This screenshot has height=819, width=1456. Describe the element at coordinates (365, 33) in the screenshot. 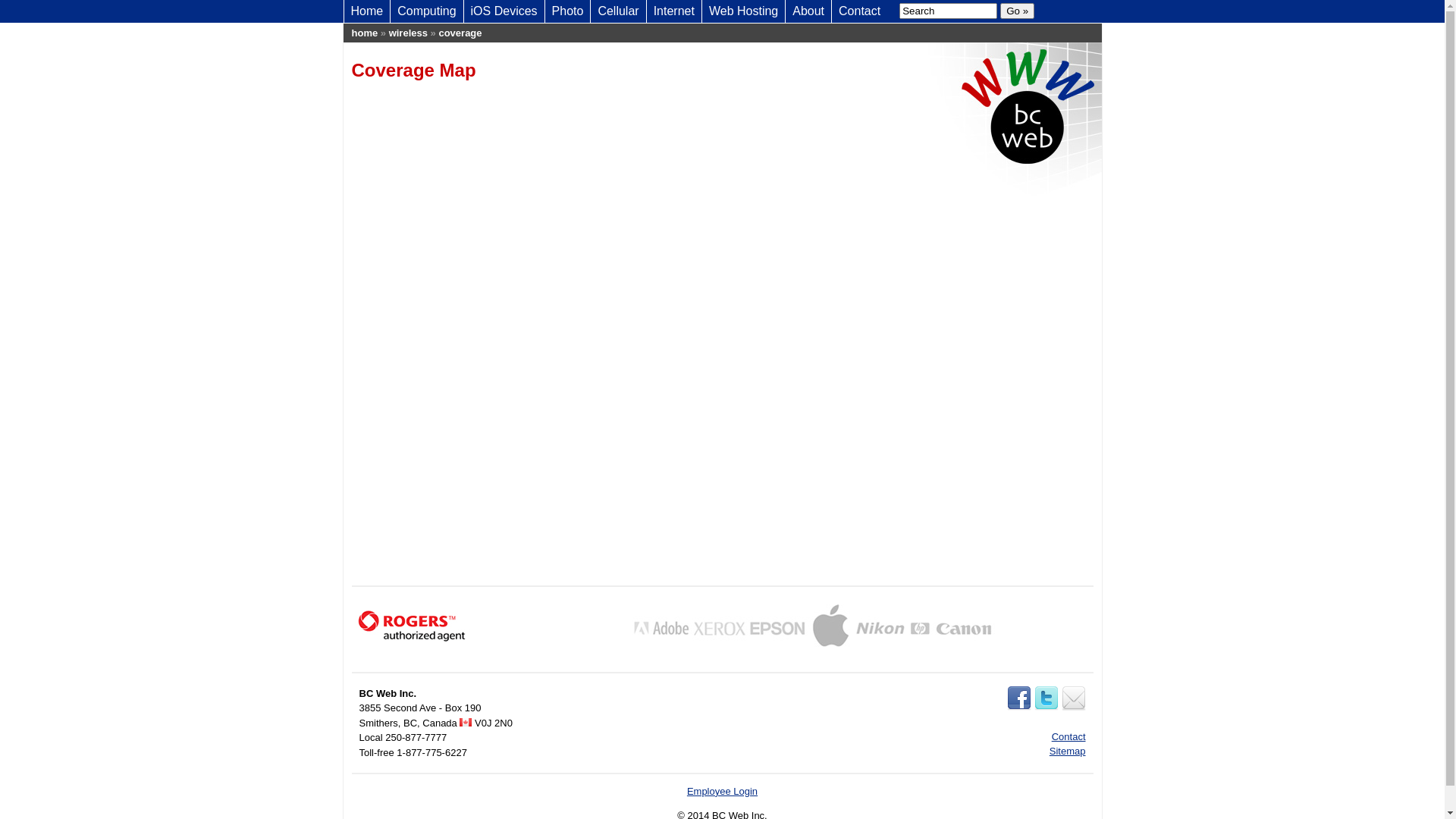

I see `'home'` at that location.